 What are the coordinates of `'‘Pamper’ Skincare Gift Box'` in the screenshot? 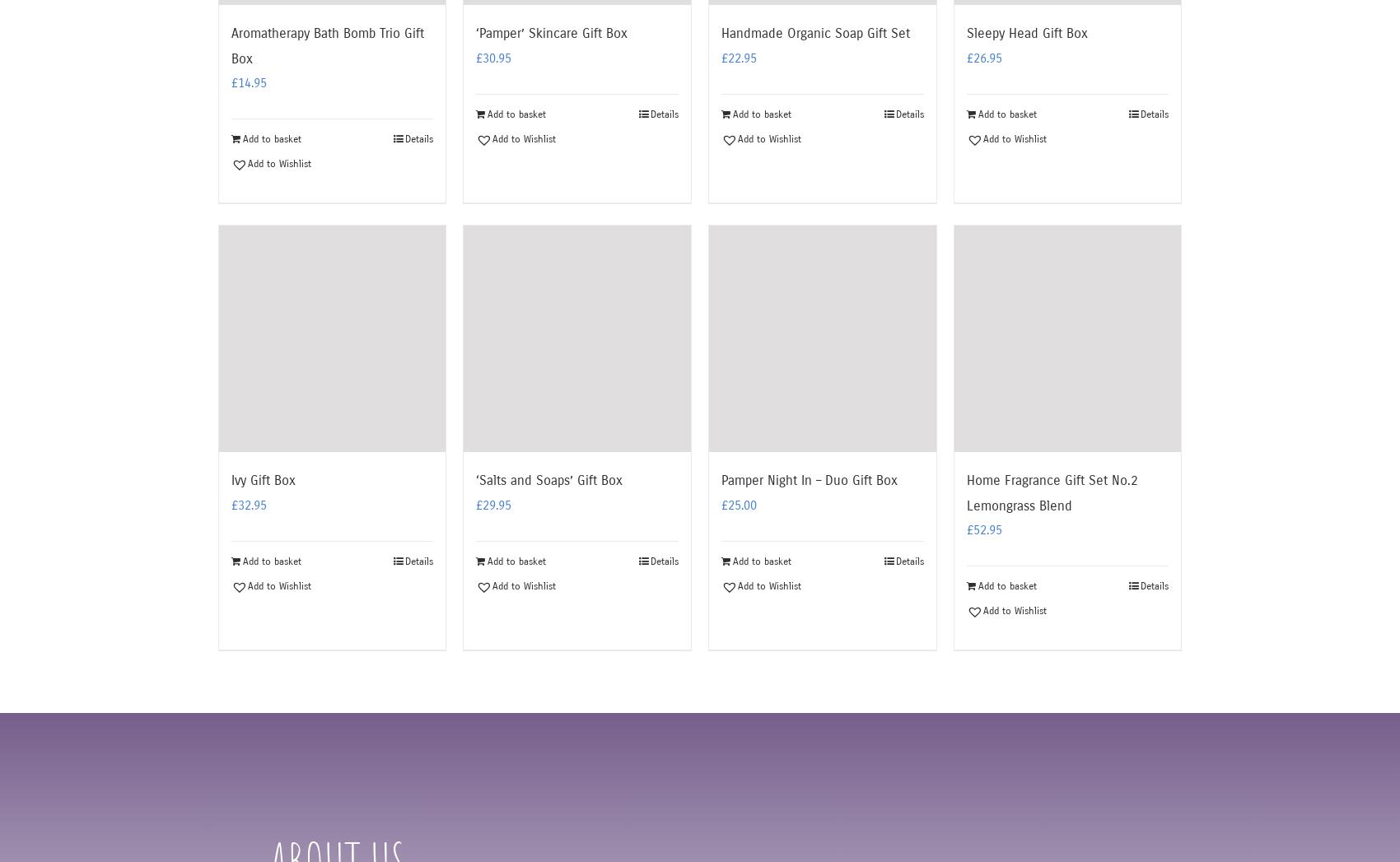 It's located at (551, 32).